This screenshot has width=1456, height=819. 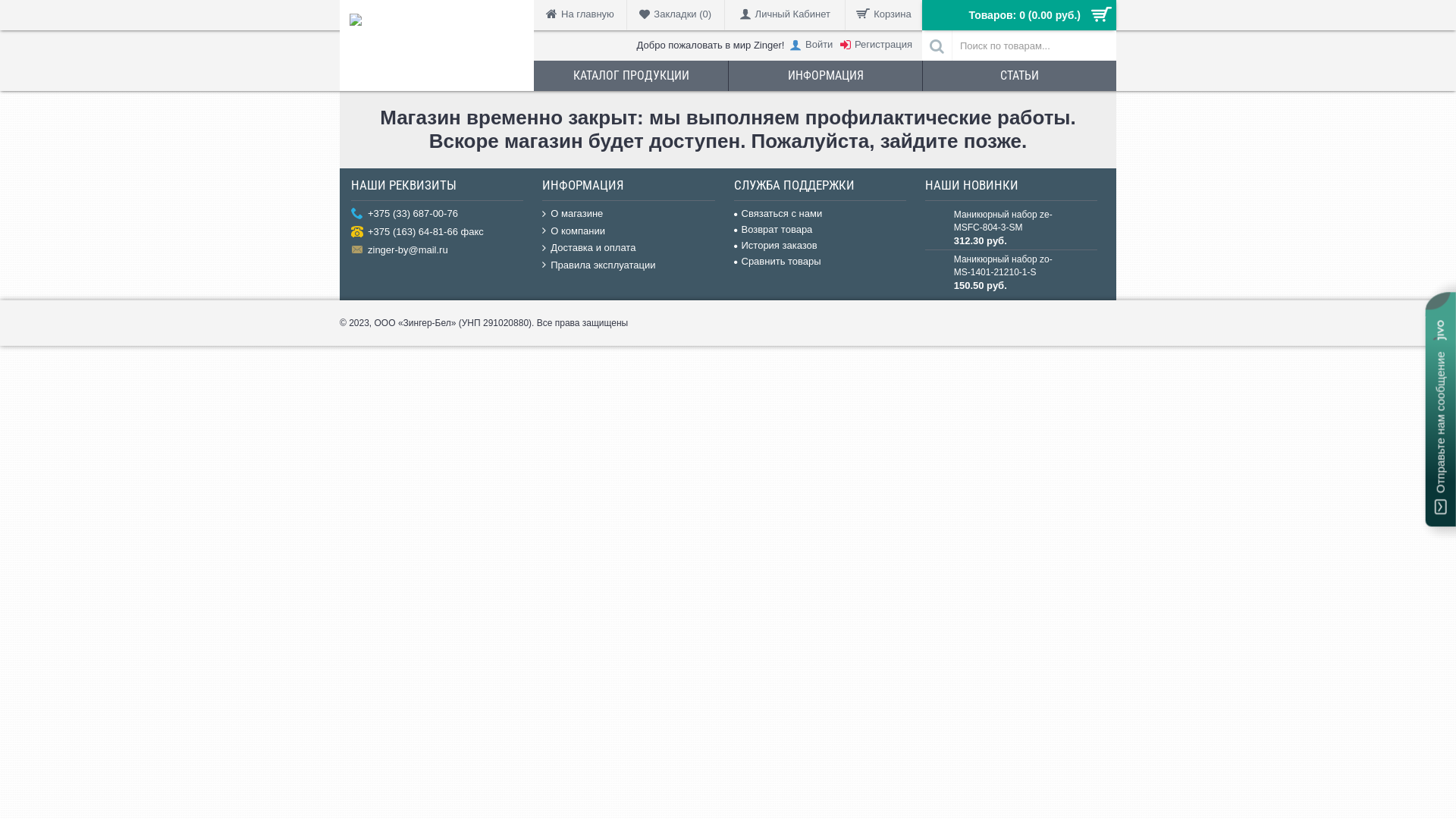 What do you see at coordinates (436, 250) in the screenshot?
I see `'zinger-by@mail.ru'` at bounding box center [436, 250].